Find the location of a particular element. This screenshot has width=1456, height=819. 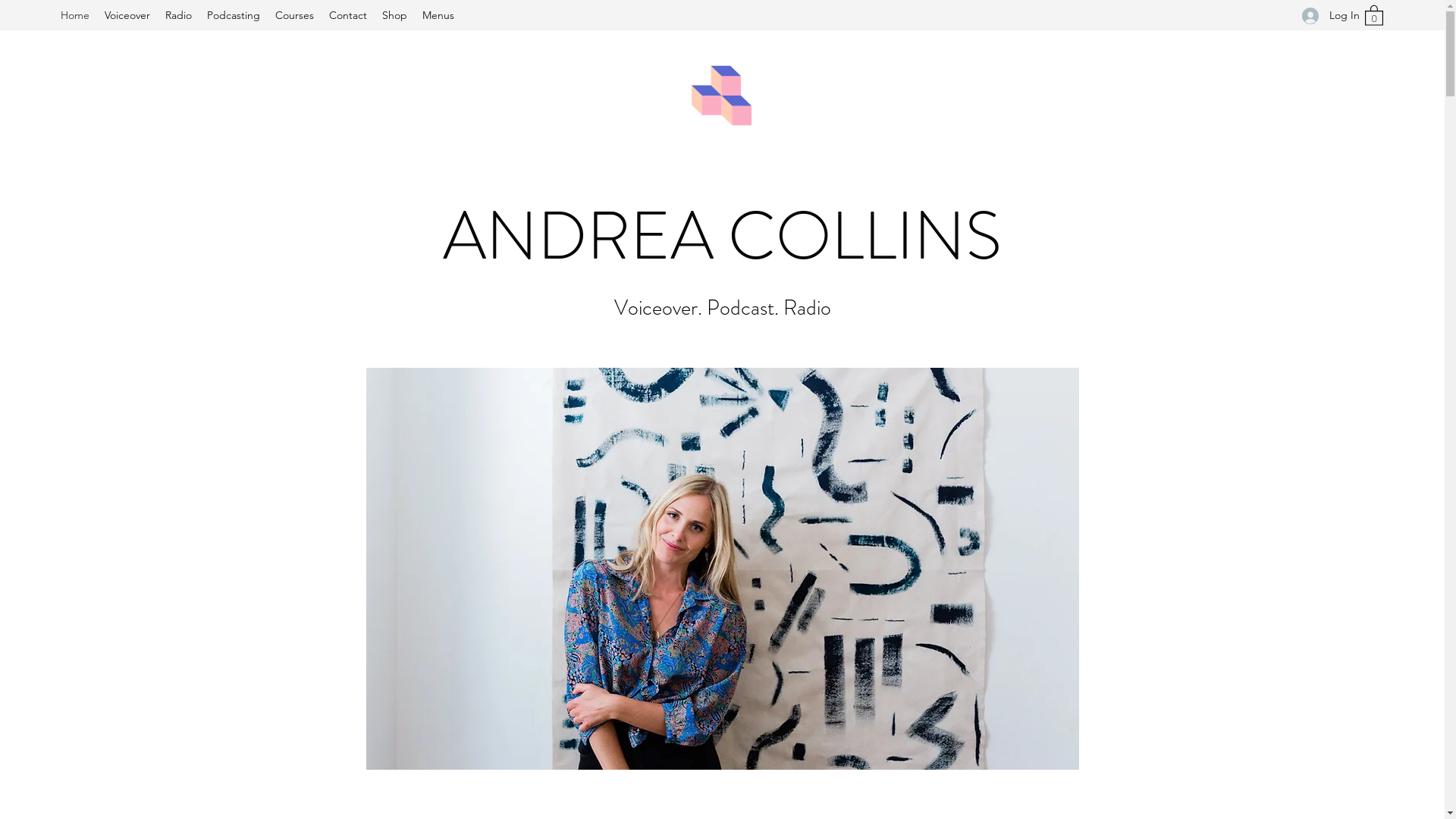

'Podcasting' is located at coordinates (232, 14).